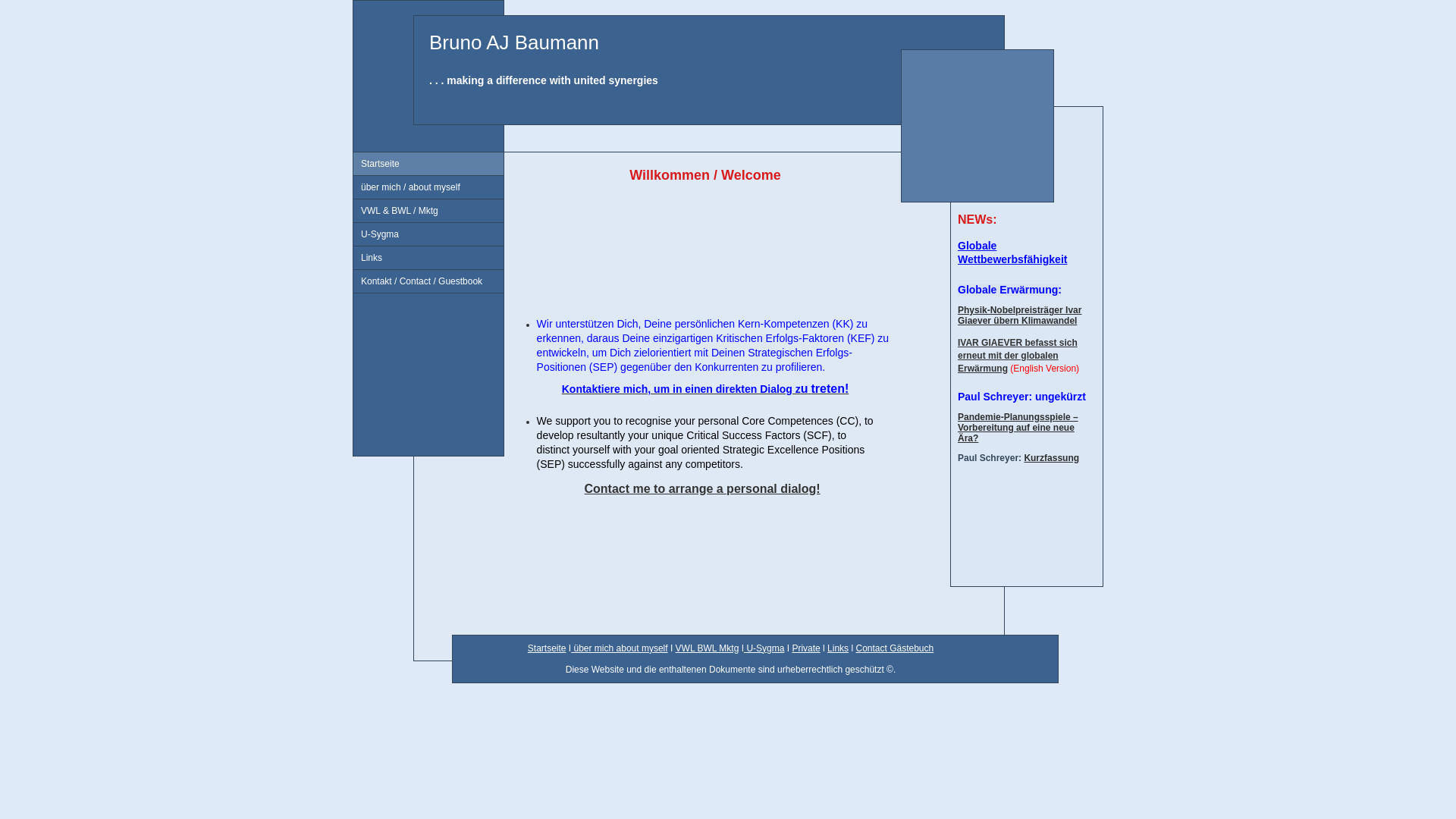  I want to click on 'U-Sygma', so click(743, 648).